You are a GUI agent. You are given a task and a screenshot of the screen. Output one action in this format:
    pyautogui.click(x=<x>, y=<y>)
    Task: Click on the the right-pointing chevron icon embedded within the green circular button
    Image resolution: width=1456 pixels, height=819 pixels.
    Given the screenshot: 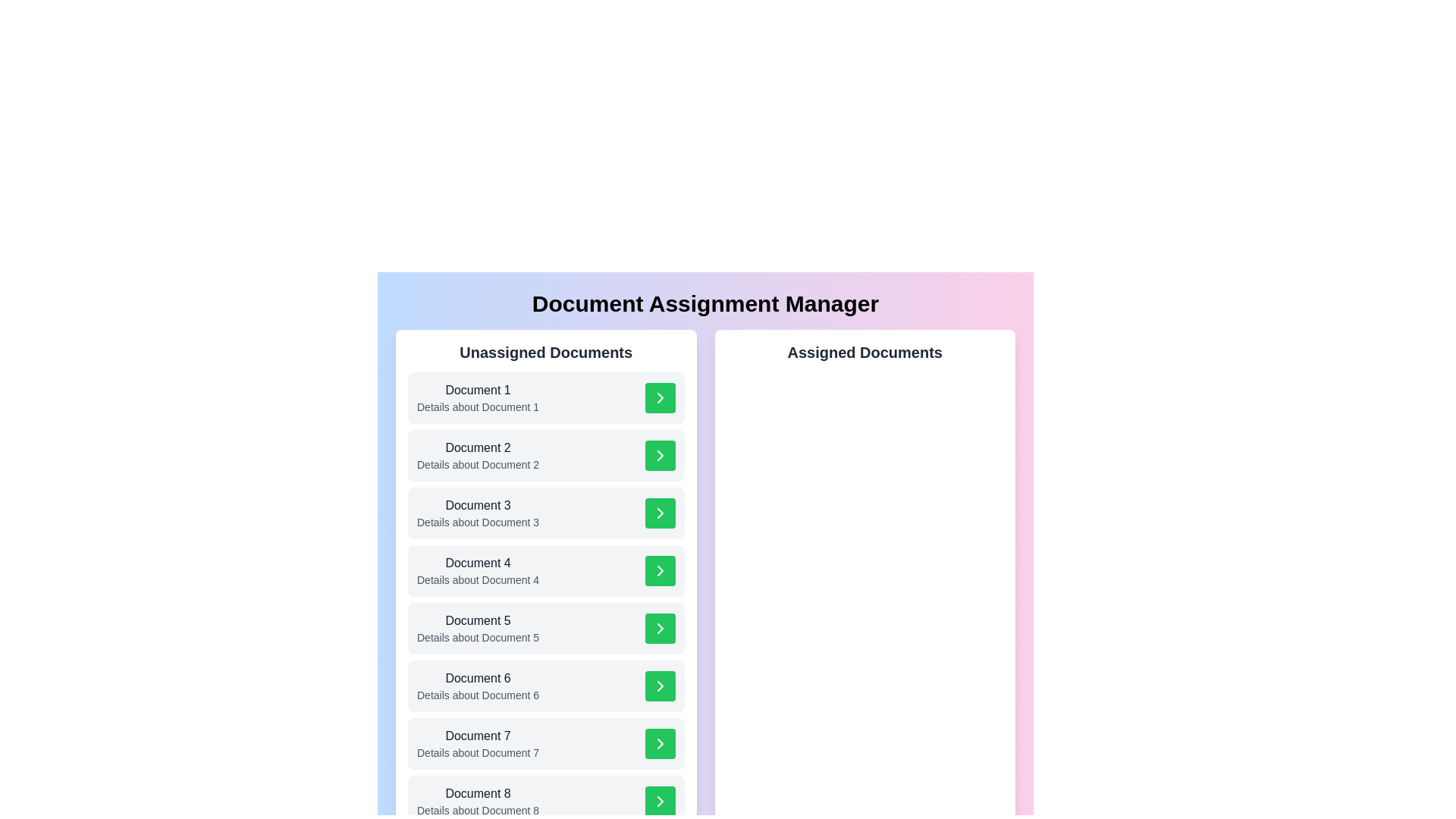 What is the action you would take?
    pyautogui.click(x=660, y=455)
    